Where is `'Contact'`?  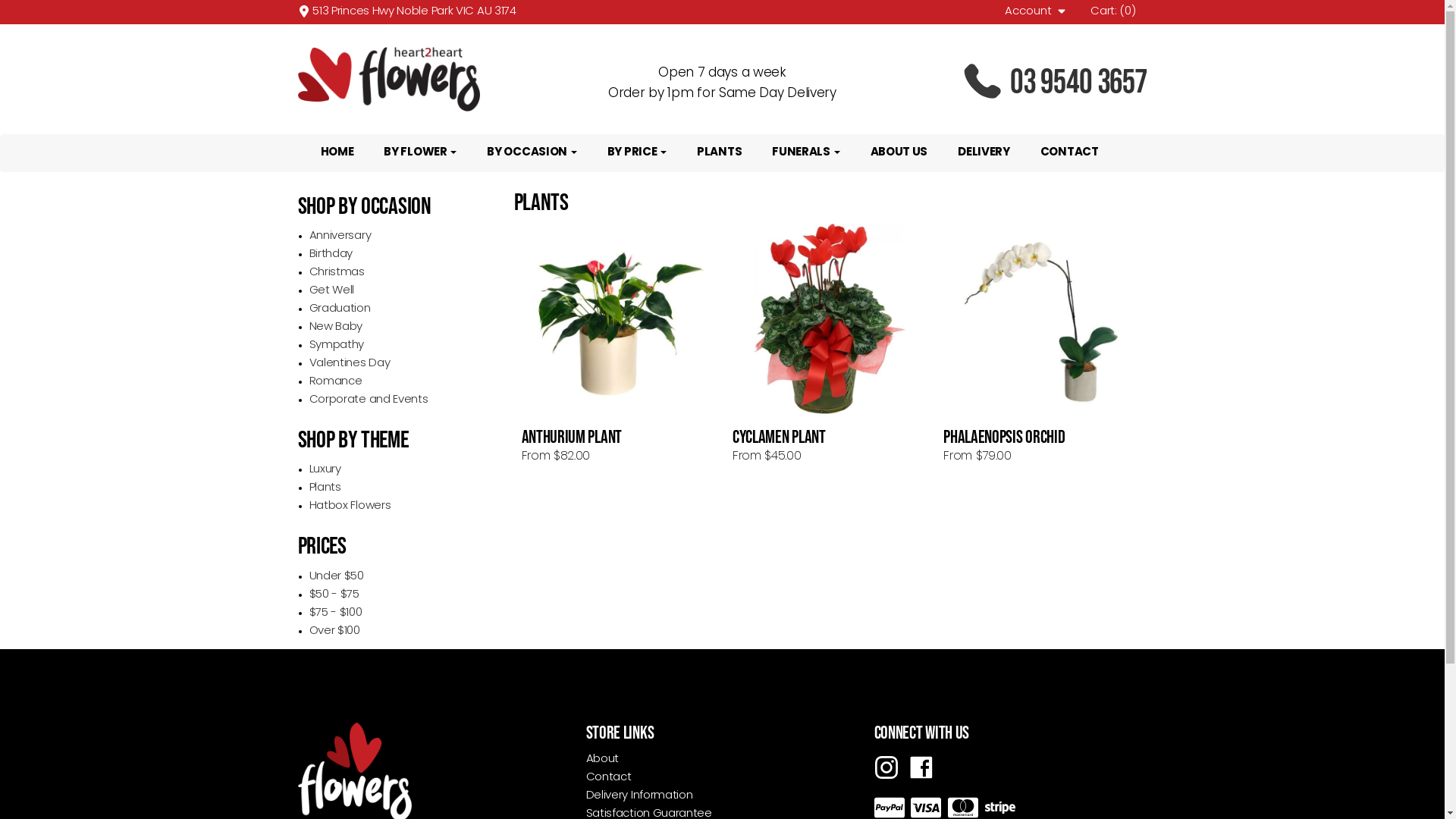
'Contact' is located at coordinates (585, 777).